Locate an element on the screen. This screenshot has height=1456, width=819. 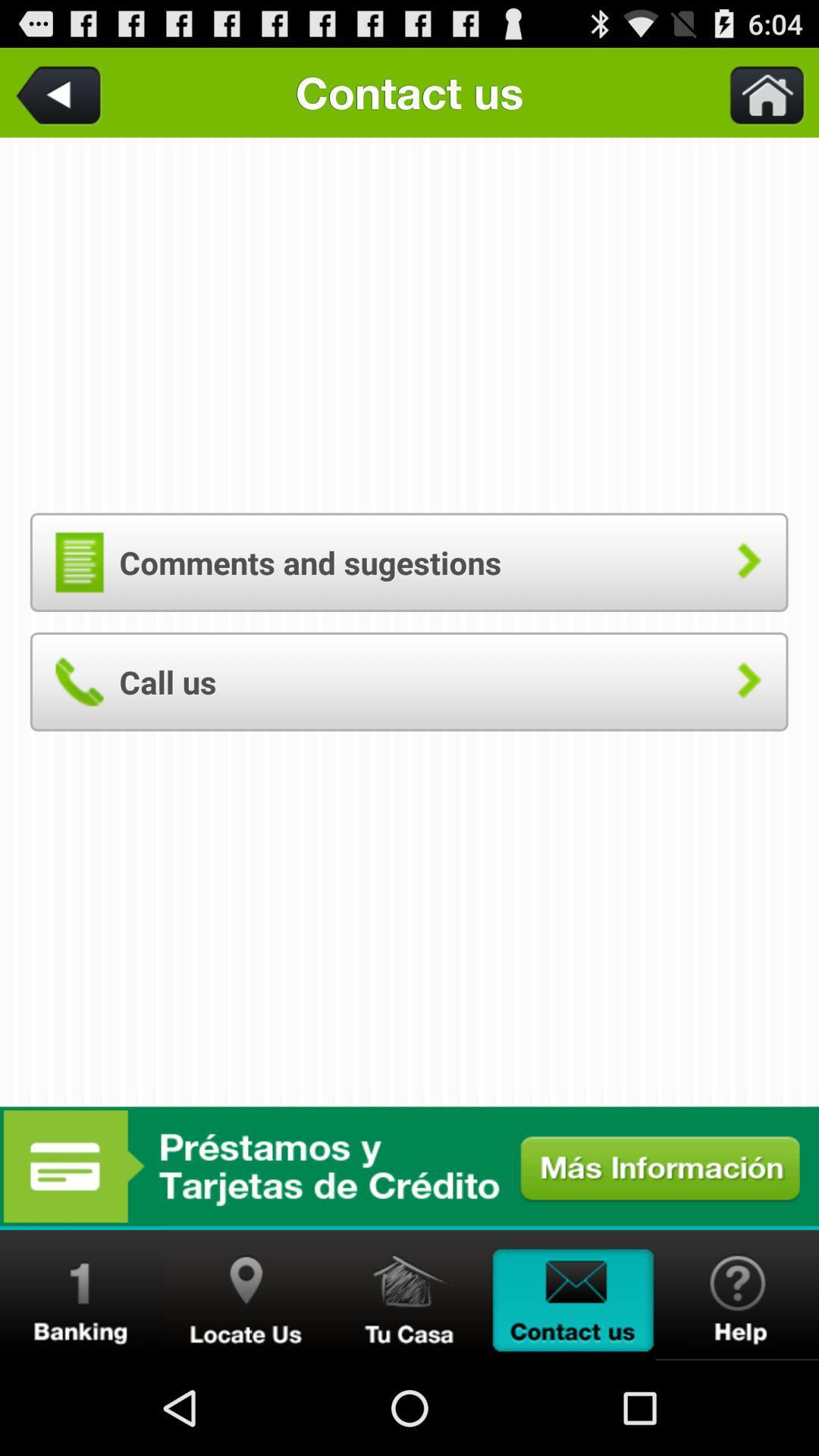
locate us option is located at coordinates (245, 1294).